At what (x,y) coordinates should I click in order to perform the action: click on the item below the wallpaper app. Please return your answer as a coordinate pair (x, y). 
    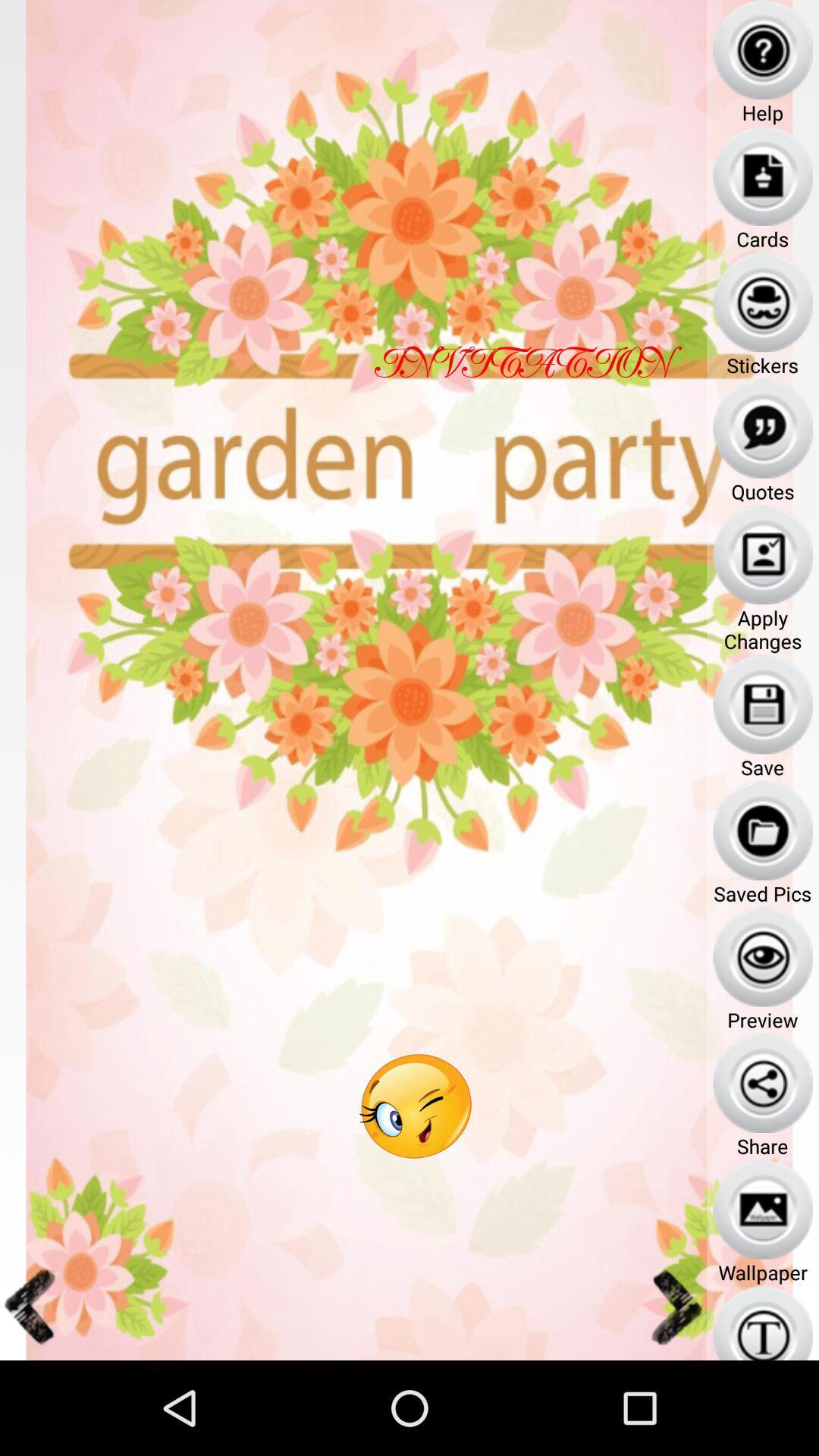
    Looking at the image, I should click on (763, 1322).